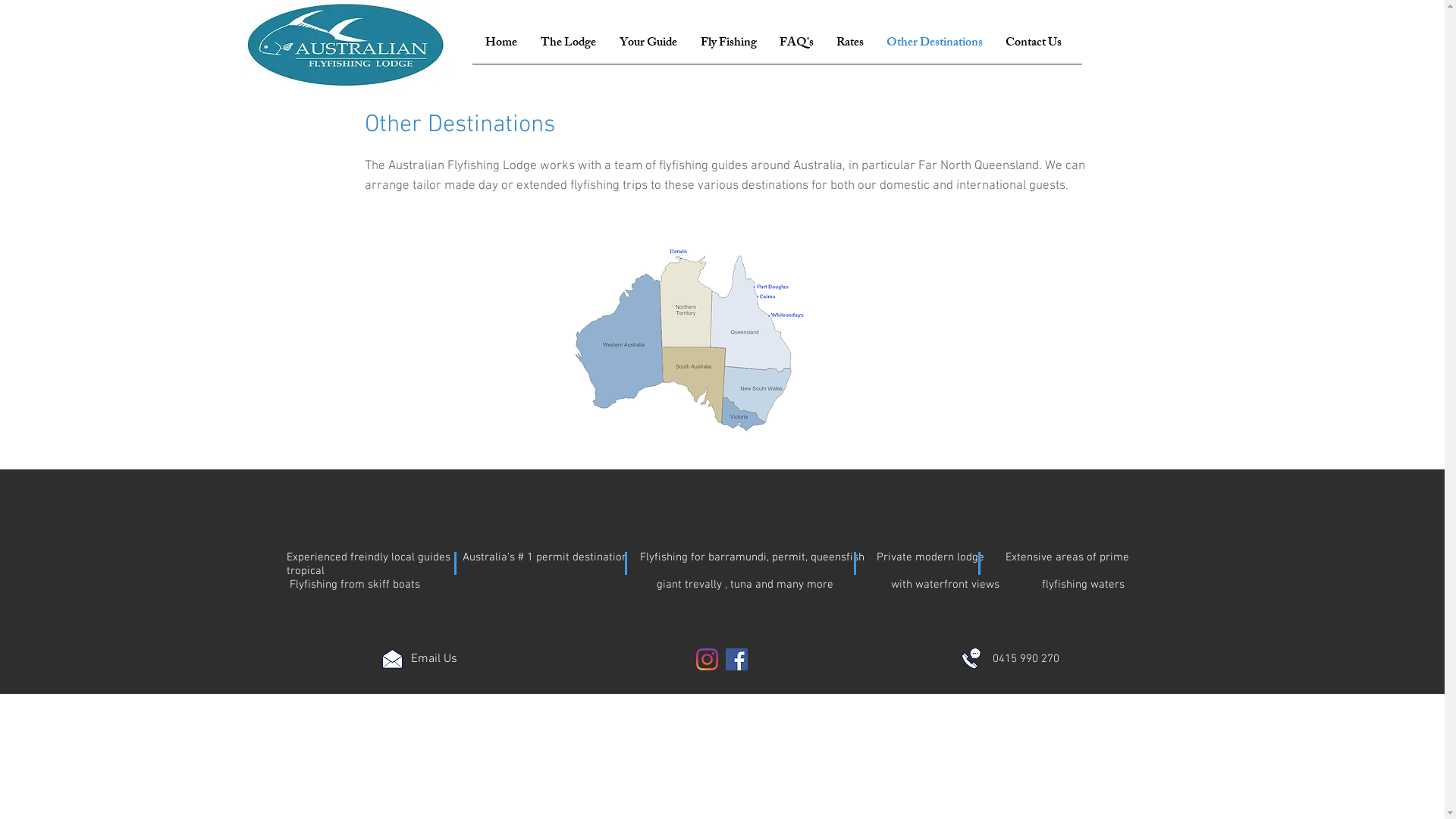 The image size is (1456, 819). Describe the element at coordinates (567, 42) in the screenshot. I see `'The Lodge'` at that location.